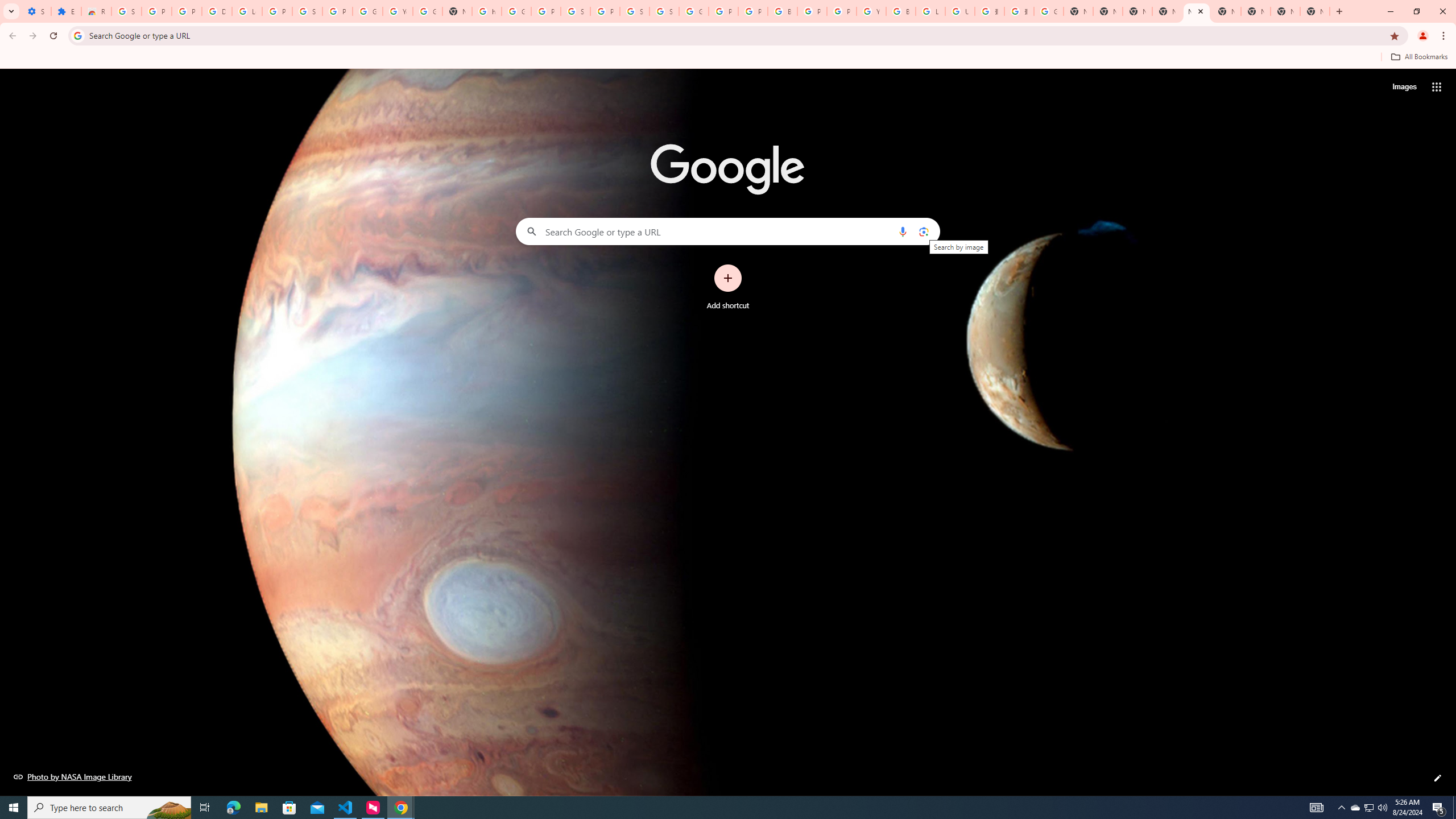 This screenshot has height=819, width=1456. What do you see at coordinates (65, 11) in the screenshot?
I see `'Extensions'` at bounding box center [65, 11].